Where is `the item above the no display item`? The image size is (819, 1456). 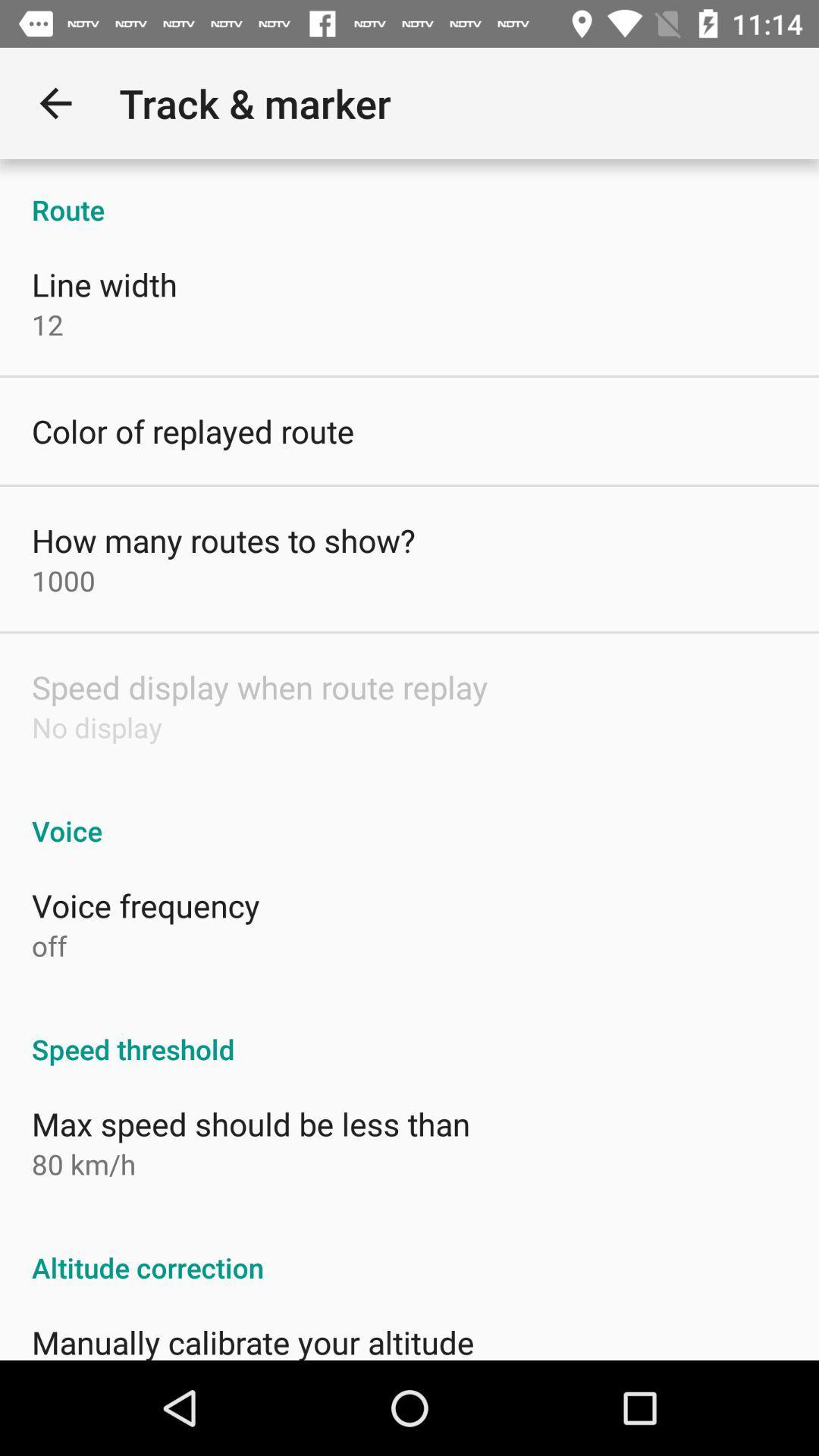 the item above the no display item is located at coordinates (259, 686).